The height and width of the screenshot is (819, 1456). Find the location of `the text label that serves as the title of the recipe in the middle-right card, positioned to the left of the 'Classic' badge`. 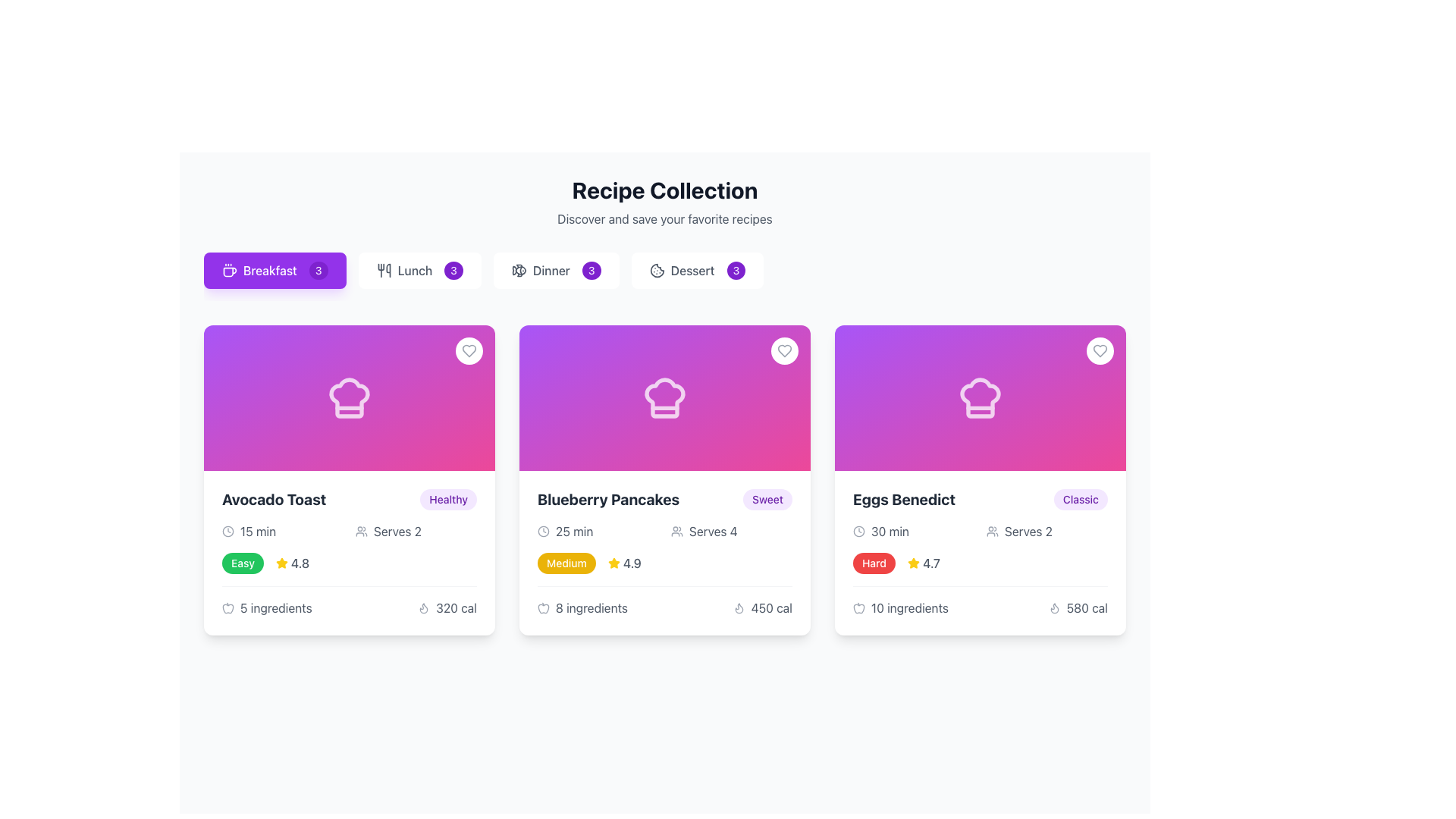

the text label that serves as the title of the recipe in the middle-right card, positioned to the left of the 'Classic' badge is located at coordinates (904, 500).